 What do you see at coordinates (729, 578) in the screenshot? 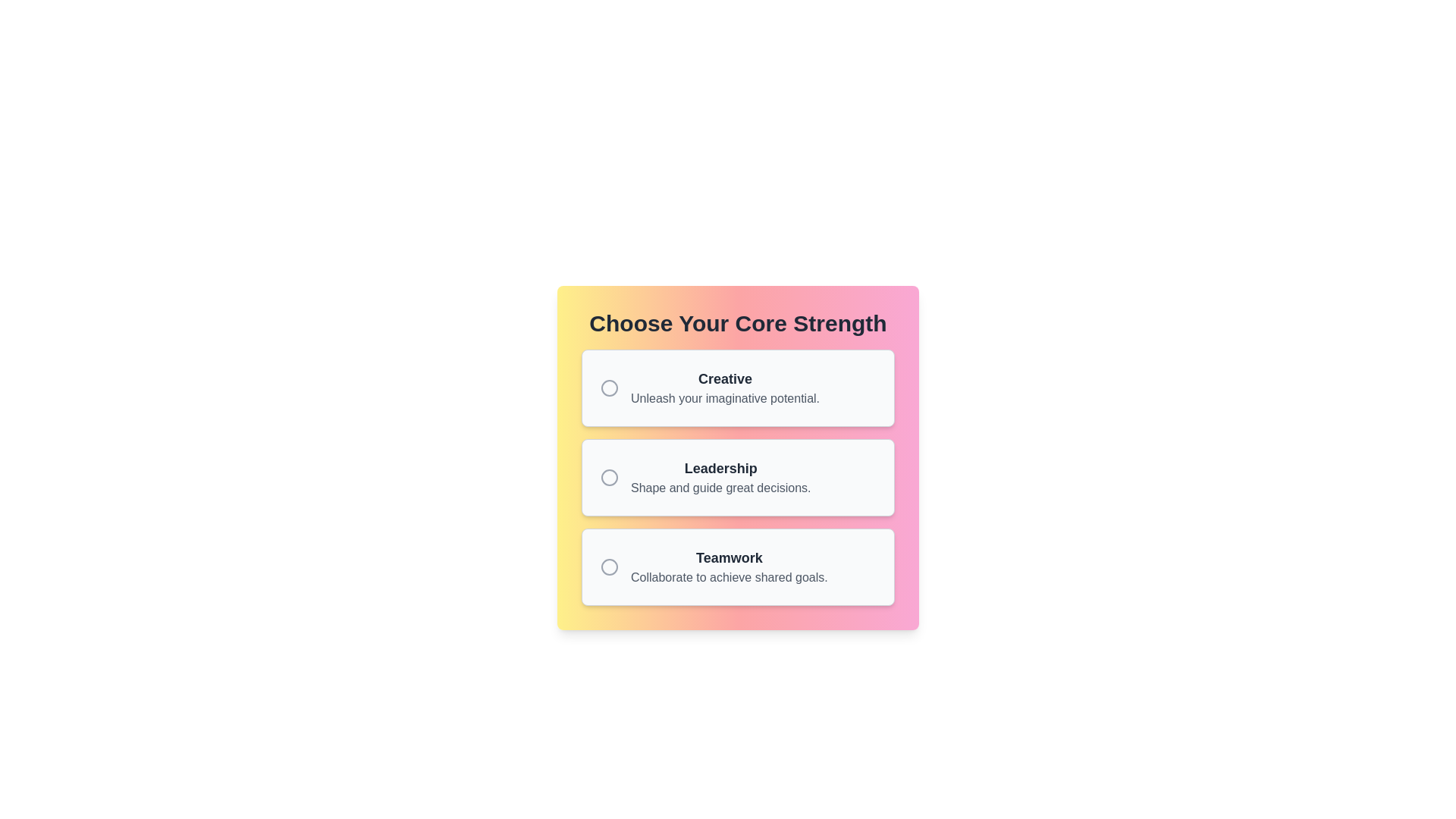
I see `text element displaying 'Collaborate to achieve shared goals.' located below the bold header 'Teamwork' in the bottommost card of a vertically stacked list` at bounding box center [729, 578].